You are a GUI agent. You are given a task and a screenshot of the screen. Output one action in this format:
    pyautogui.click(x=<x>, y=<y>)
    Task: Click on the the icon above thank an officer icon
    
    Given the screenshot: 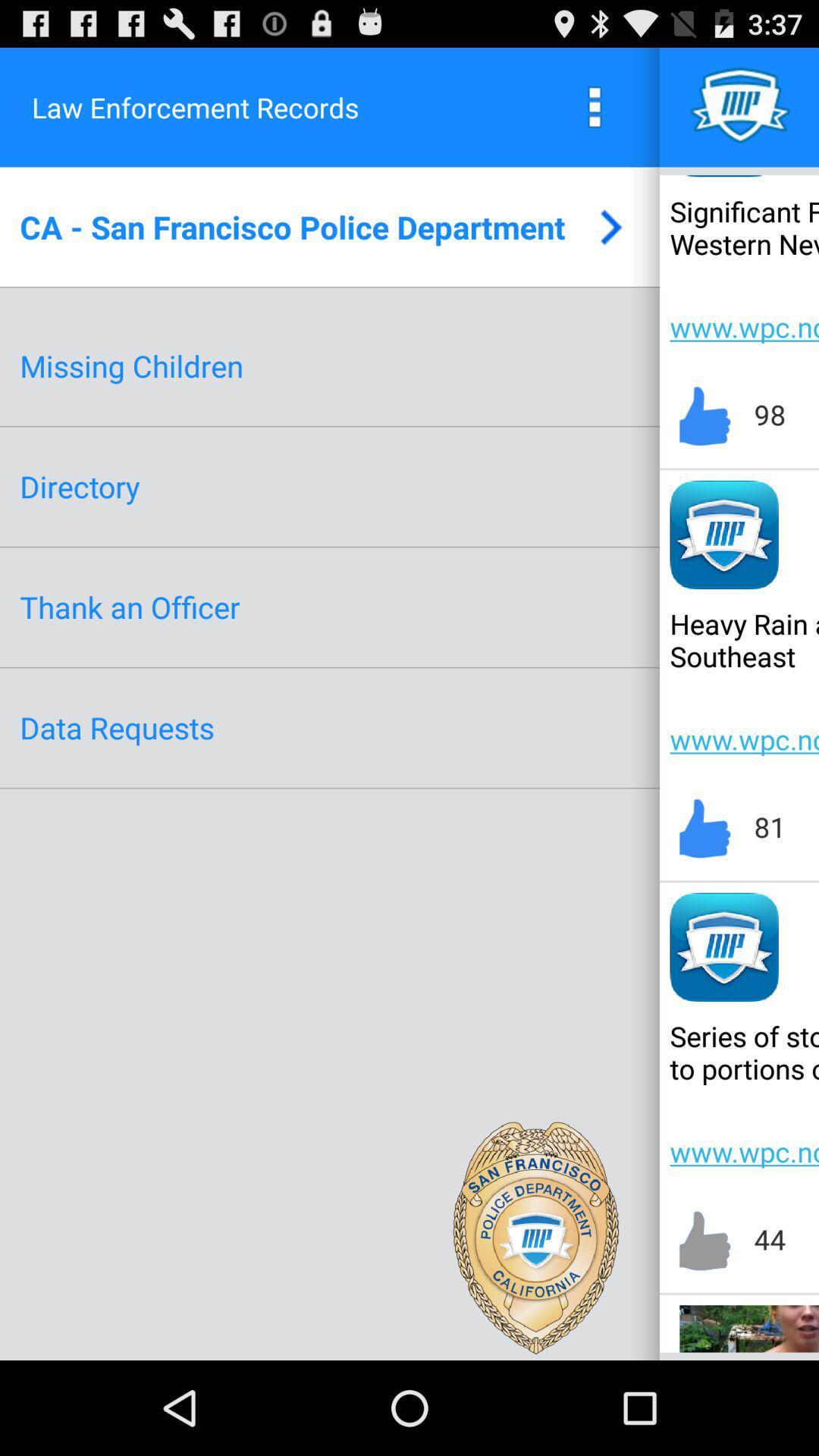 What is the action you would take?
    pyautogui.click(x=80, y=486)
    